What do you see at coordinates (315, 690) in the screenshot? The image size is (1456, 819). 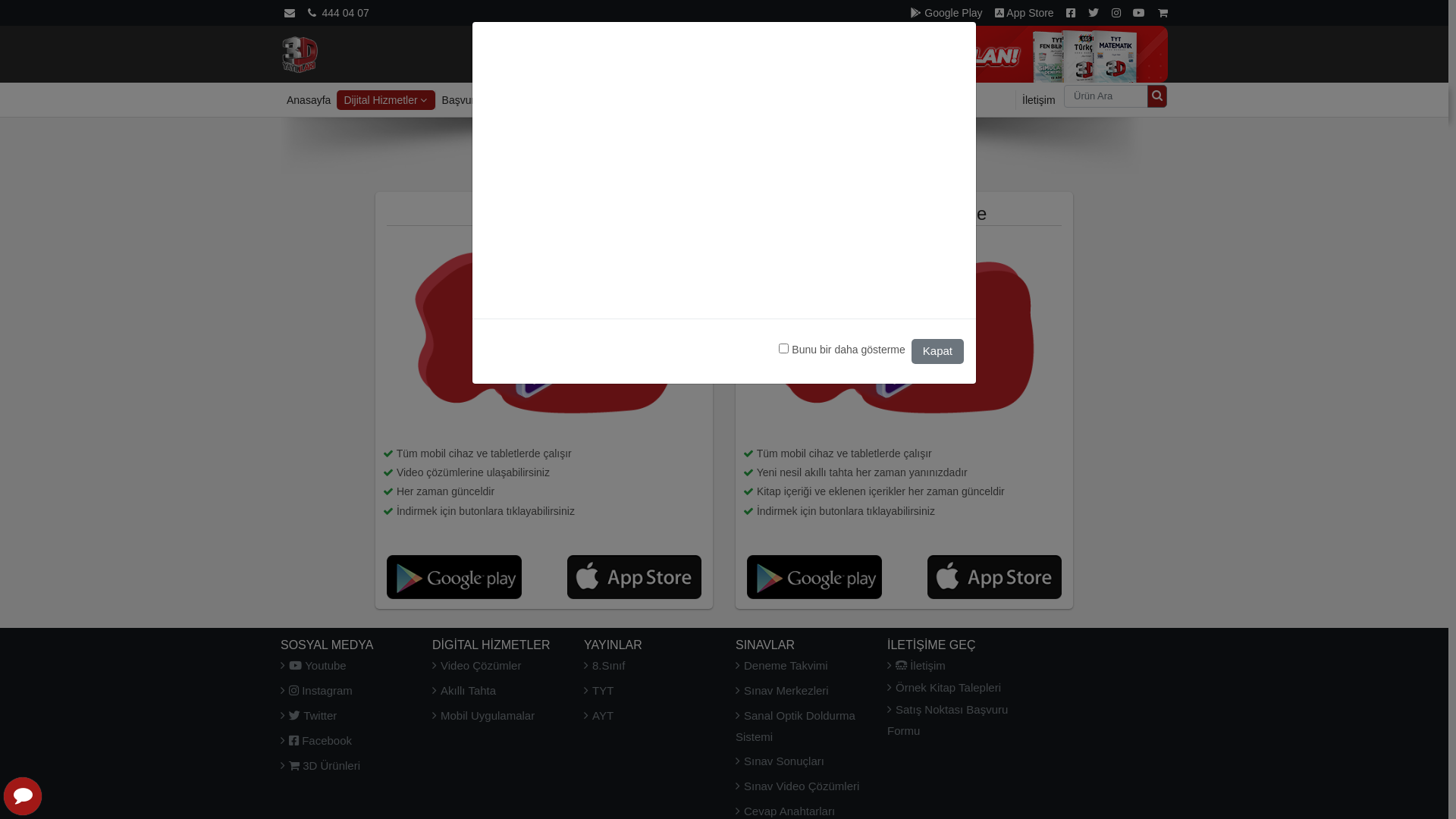 I see `'Instagram'` at bounding box center [315, 690].